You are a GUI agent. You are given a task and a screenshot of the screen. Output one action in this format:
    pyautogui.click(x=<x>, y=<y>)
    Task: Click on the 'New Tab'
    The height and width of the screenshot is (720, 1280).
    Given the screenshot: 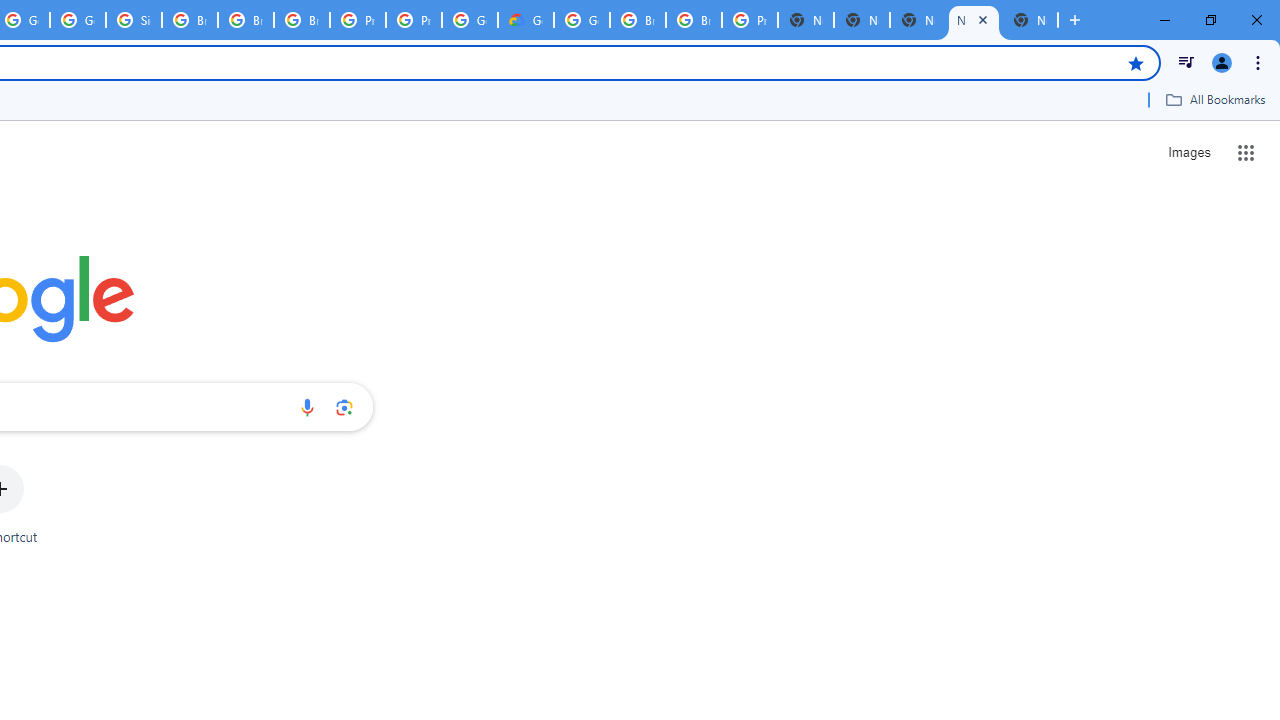 What is the action you would take?
    pyautogui.click(x=1030, y=20)
    